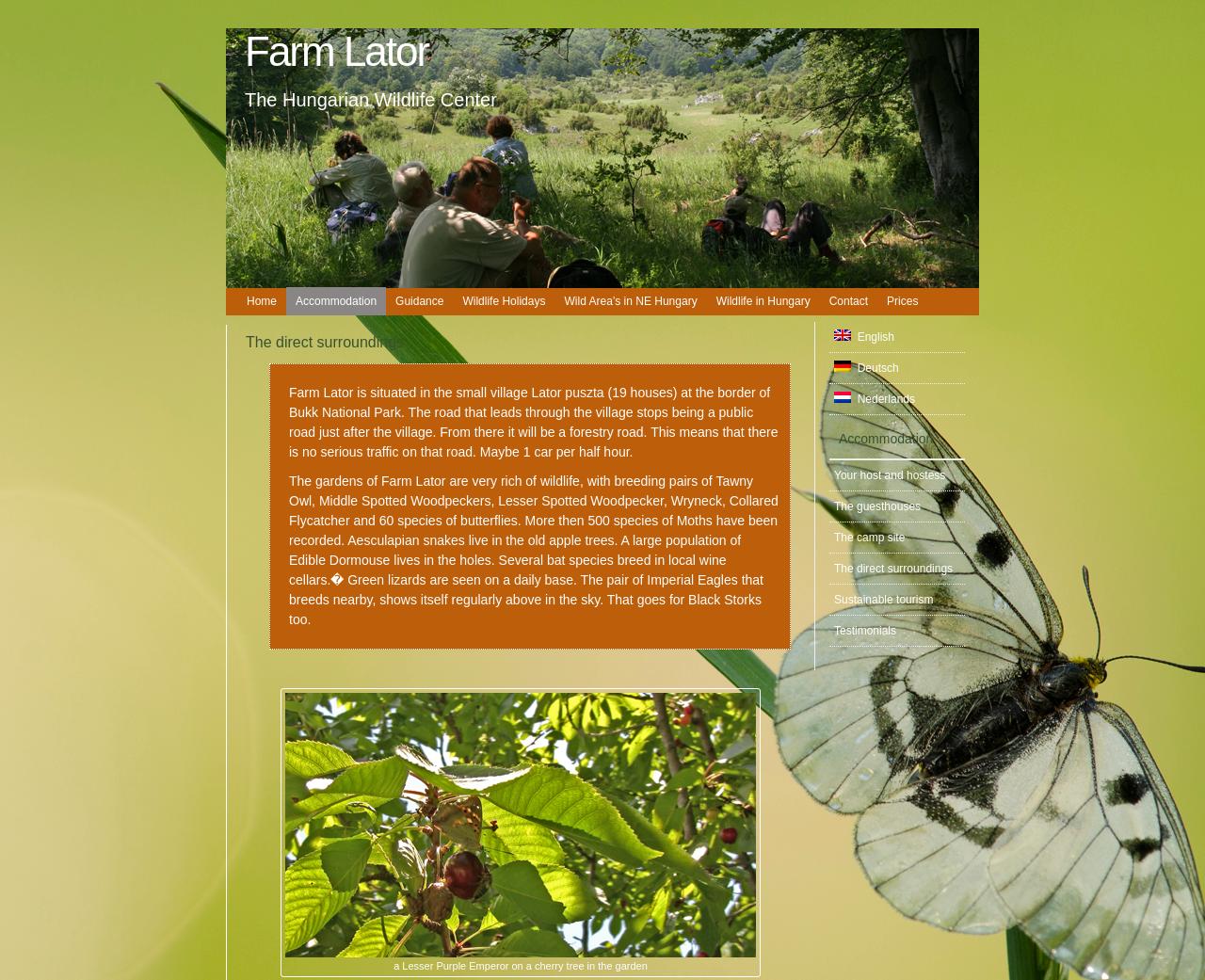  Describe the element at coordinates (532, 421) in the screenshot. I see `'Farm Lator is situated in the small village Lator puszta (19 houses) at the border of Bukk National Park. The road that leads through the village stops being a public road just after the village. From there it will be a forestry road. This means that there is no serious traffic on that road. Maybe 1 car per half hour.'` at that location.